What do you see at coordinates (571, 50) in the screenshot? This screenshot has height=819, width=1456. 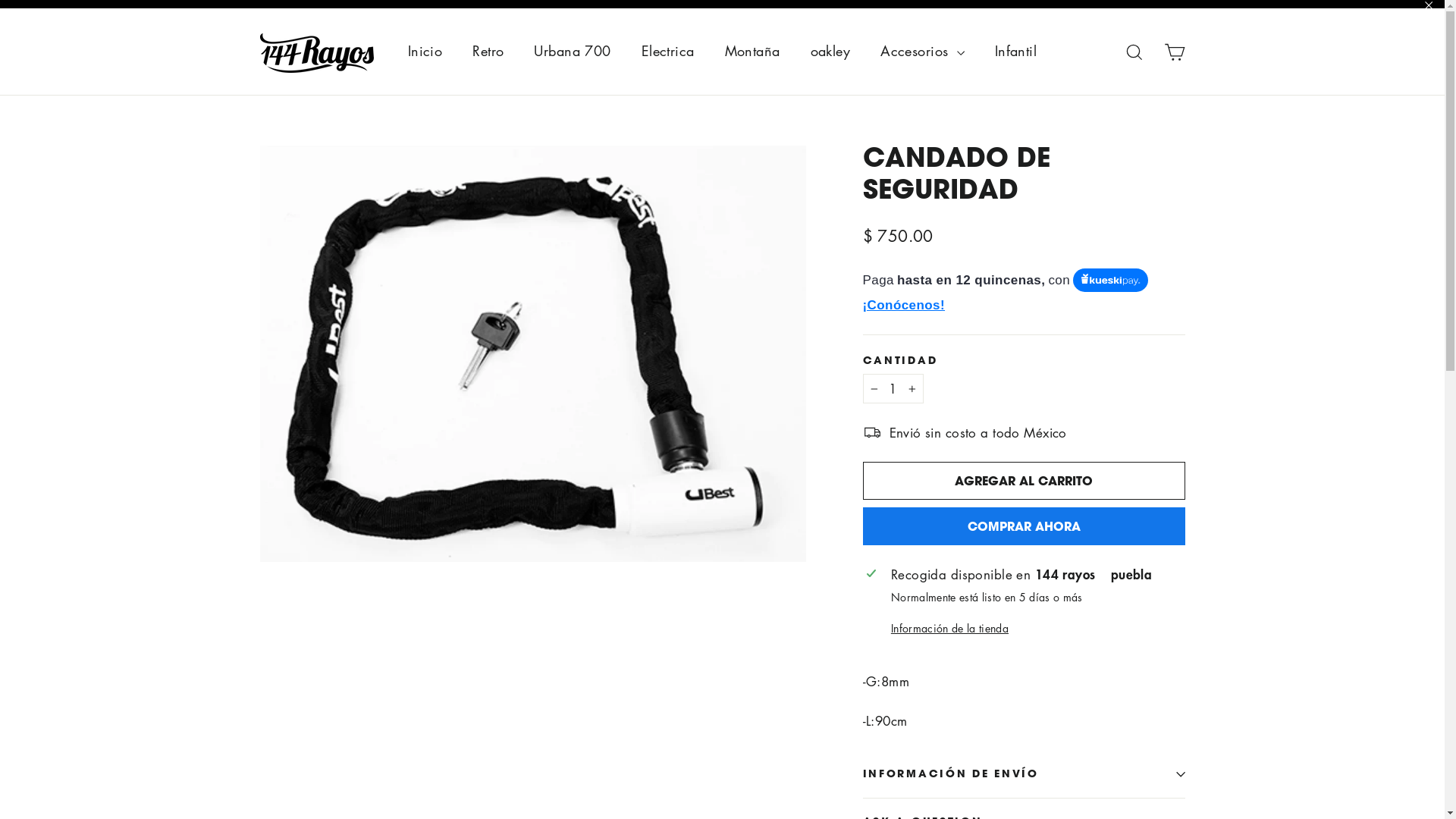 I see `'Urbana 700'` at bounding box center [571, 50].